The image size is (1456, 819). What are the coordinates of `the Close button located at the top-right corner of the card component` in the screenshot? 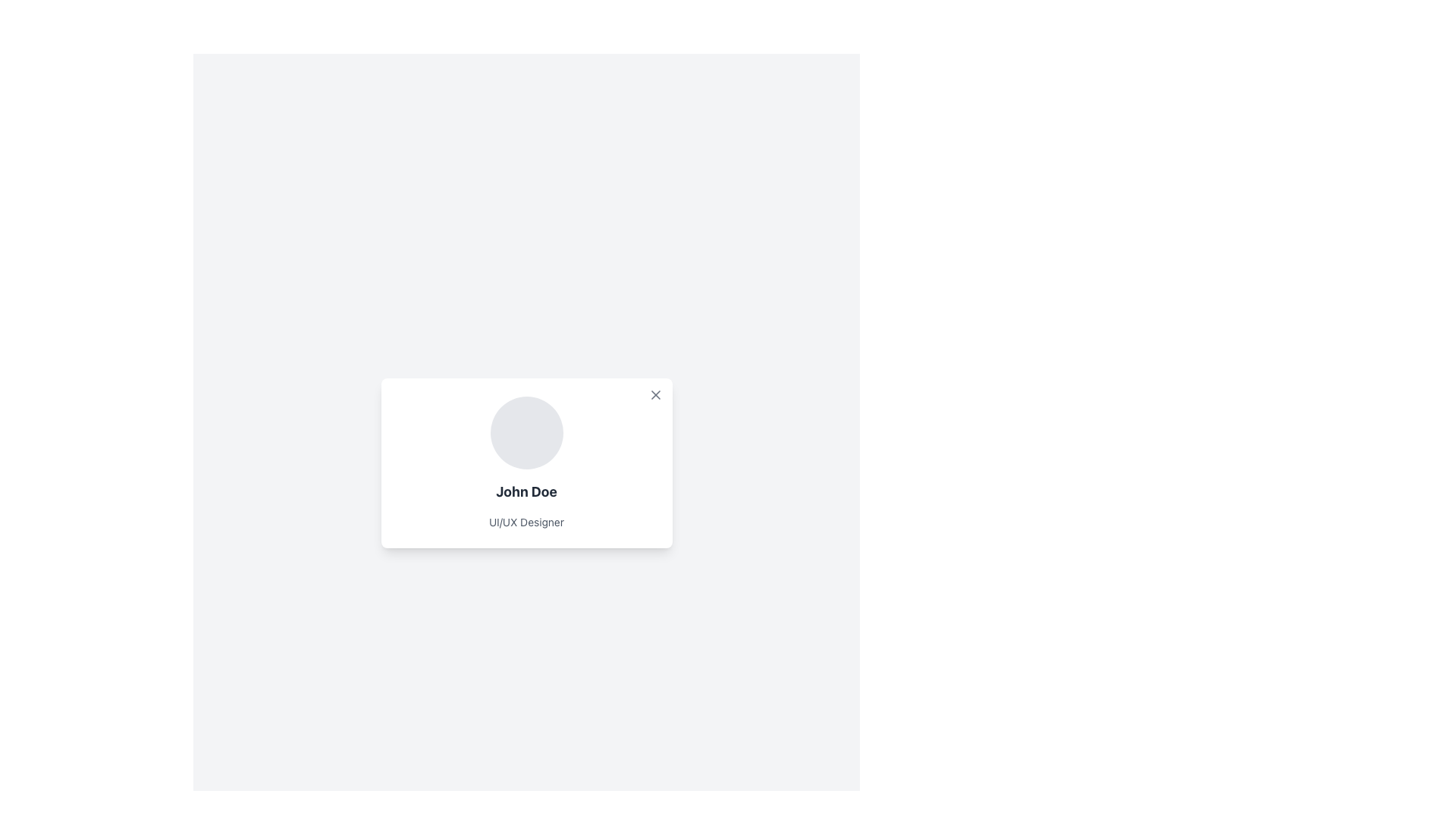 It's located at (655, 394).